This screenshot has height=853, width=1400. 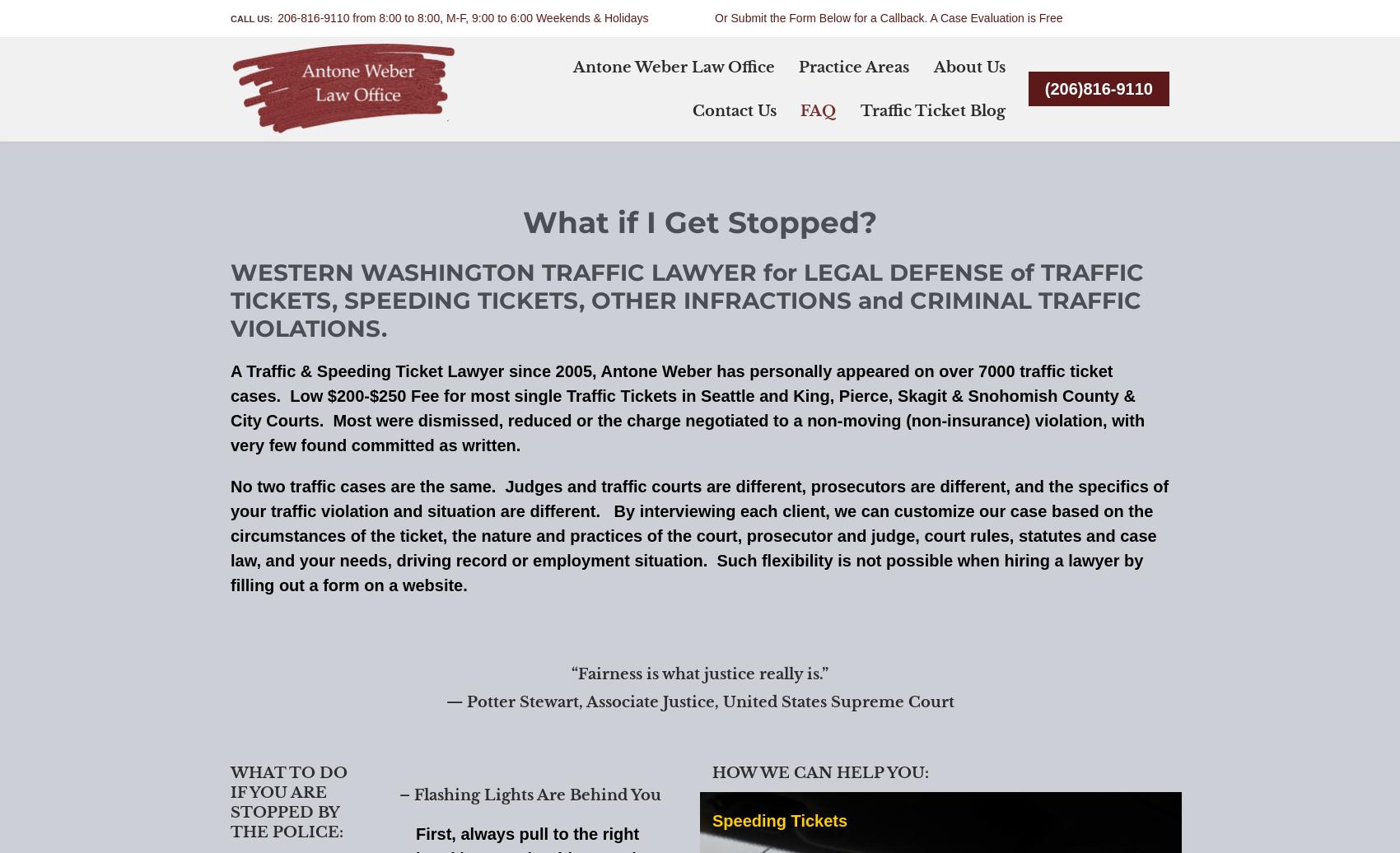 I want to click on 'Or Submit the Form Below for a Callback.  A Case Evaluation is Free', so click(x=888, y=17).